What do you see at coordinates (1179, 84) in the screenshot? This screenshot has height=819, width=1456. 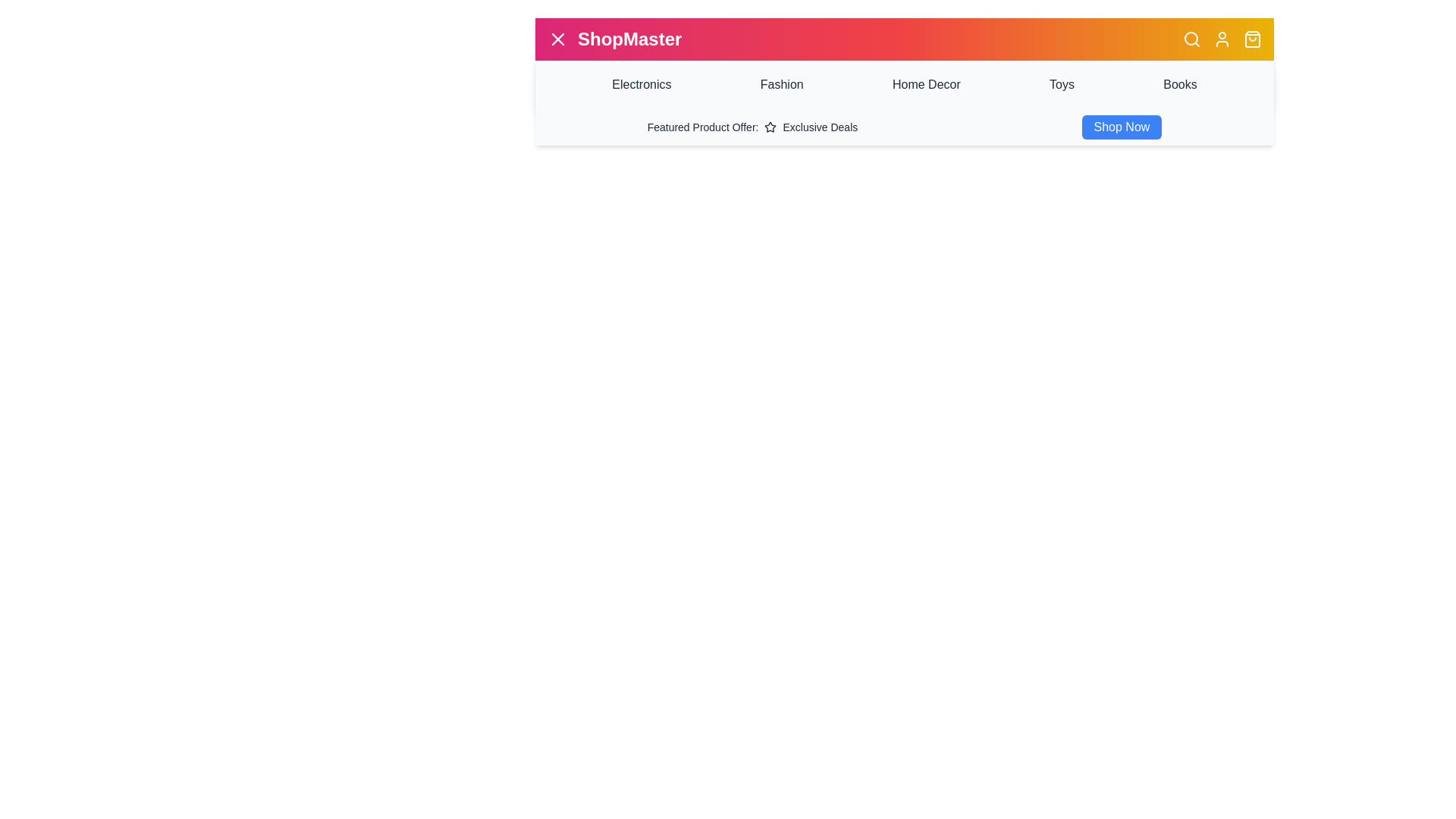 I see `the category Books to navigate to the respective section` at bounding box center [1179, 84].